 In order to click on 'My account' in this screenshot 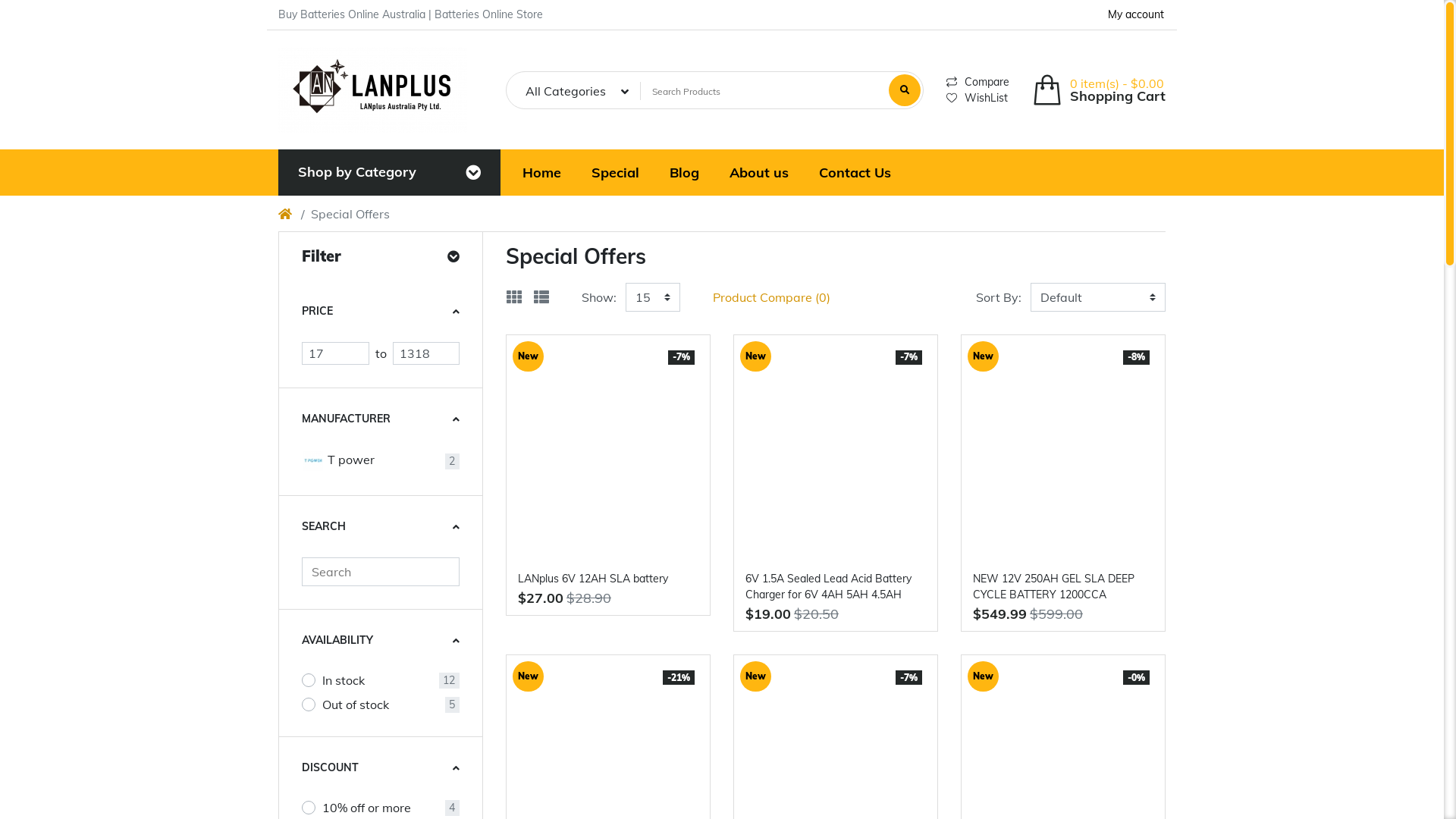, I will do `click(1135, 14)`.